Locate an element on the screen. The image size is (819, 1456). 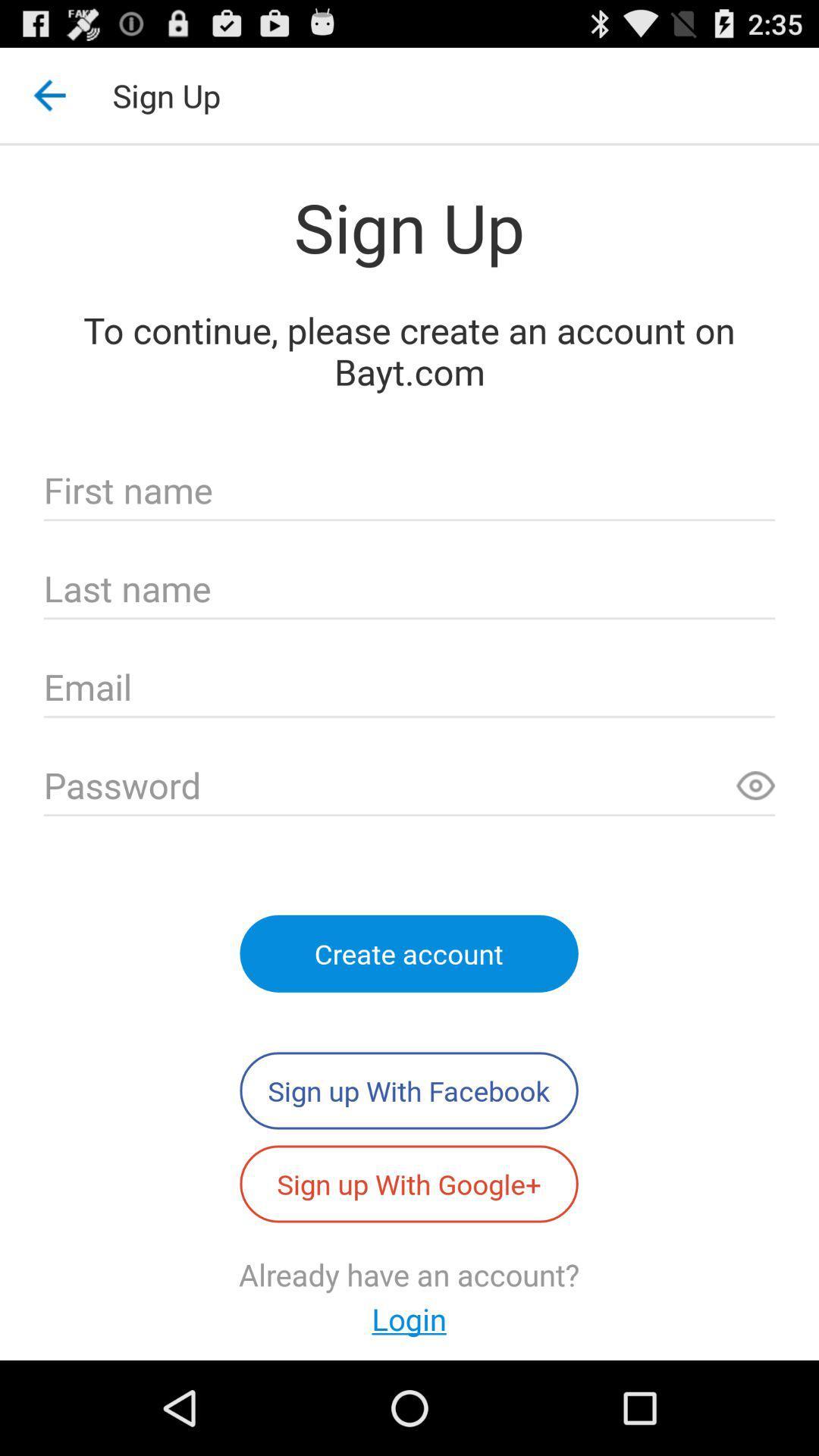
the visibility icon is located at coordinates (755, 839).